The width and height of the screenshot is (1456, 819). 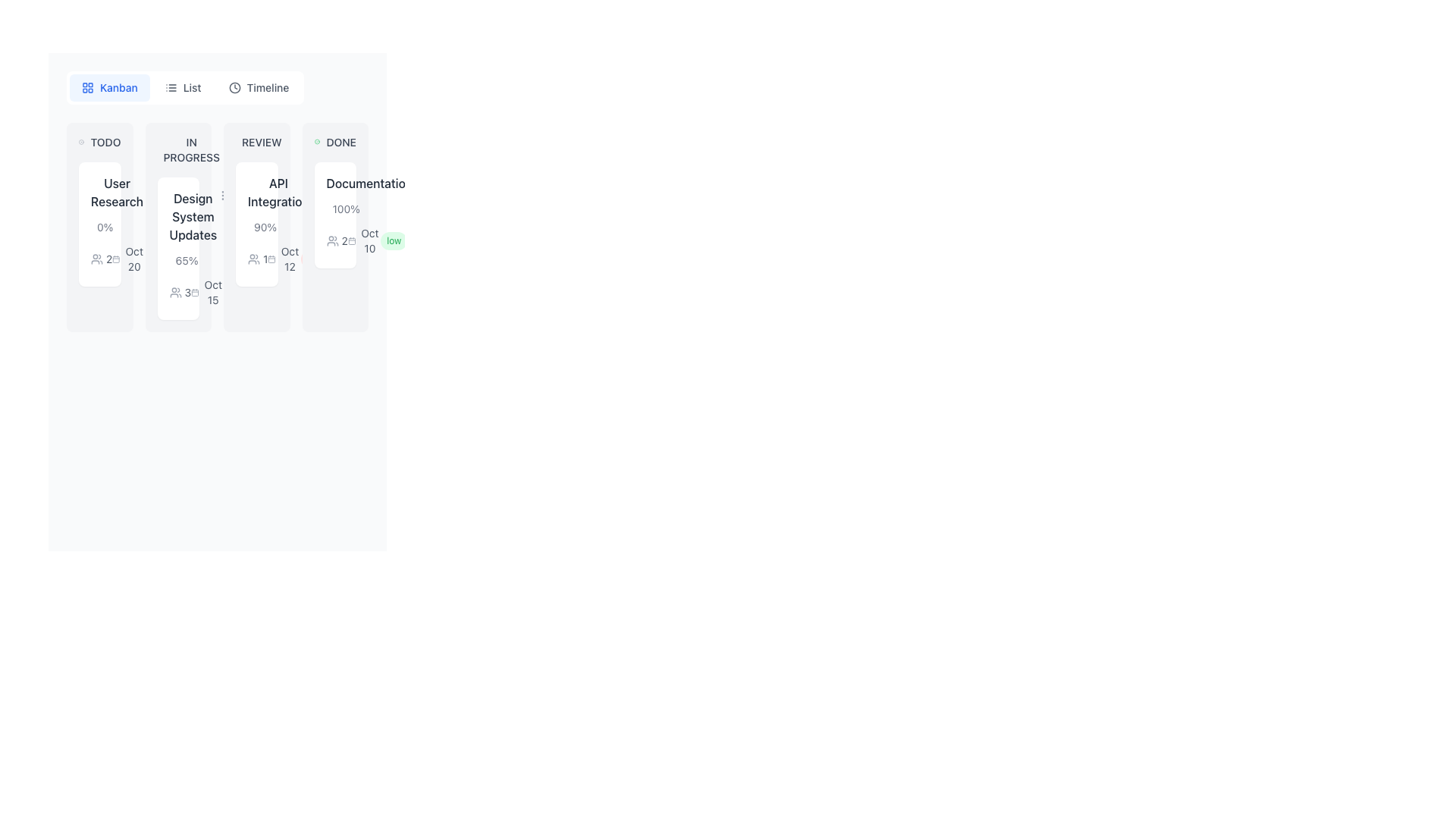 I want to click on the text label located at the top of a card in the 'REVIEW' column of the kanban board, so click(x=278, y=192).